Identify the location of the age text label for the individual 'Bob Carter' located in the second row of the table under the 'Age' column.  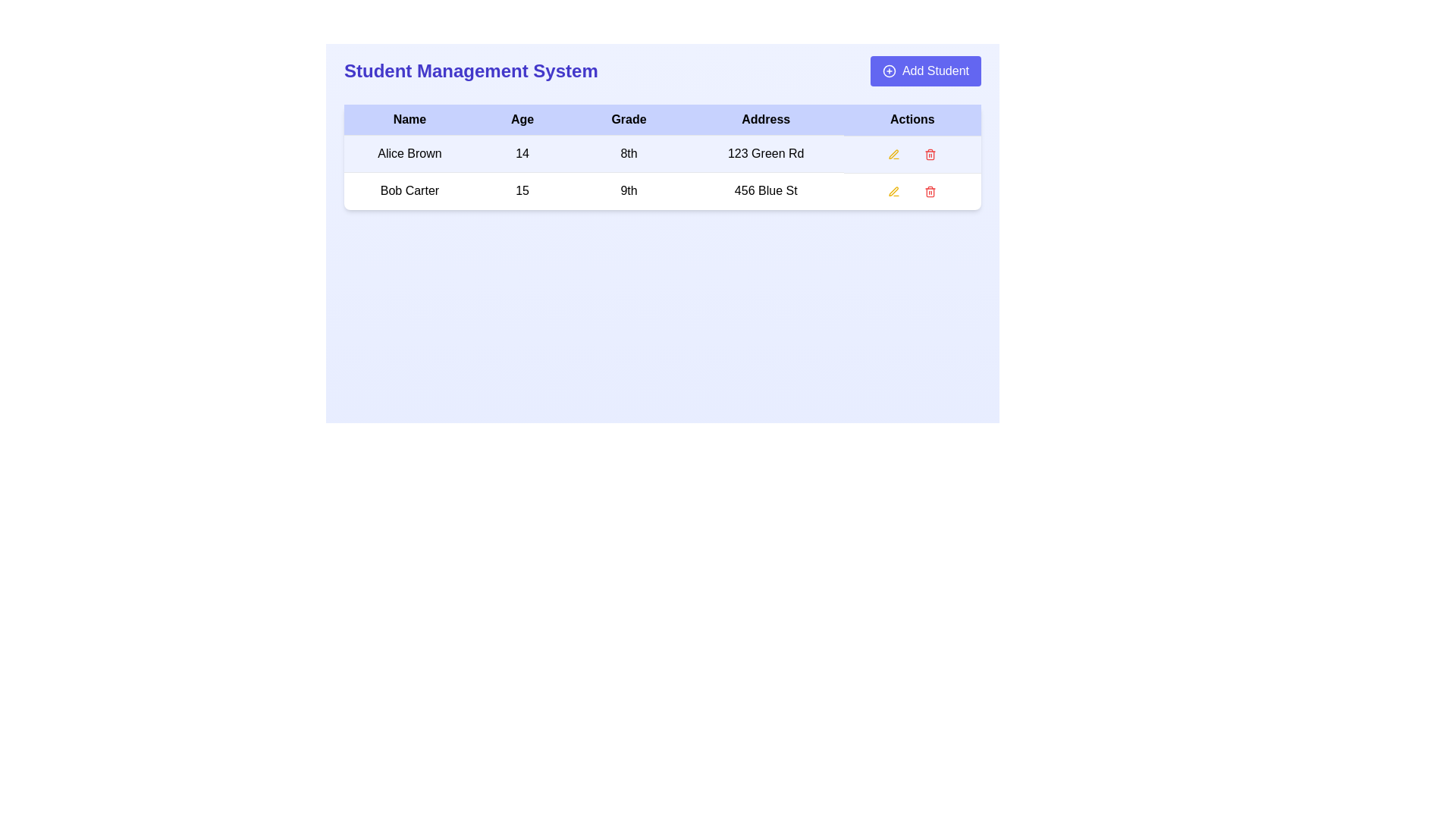
(522, 190).